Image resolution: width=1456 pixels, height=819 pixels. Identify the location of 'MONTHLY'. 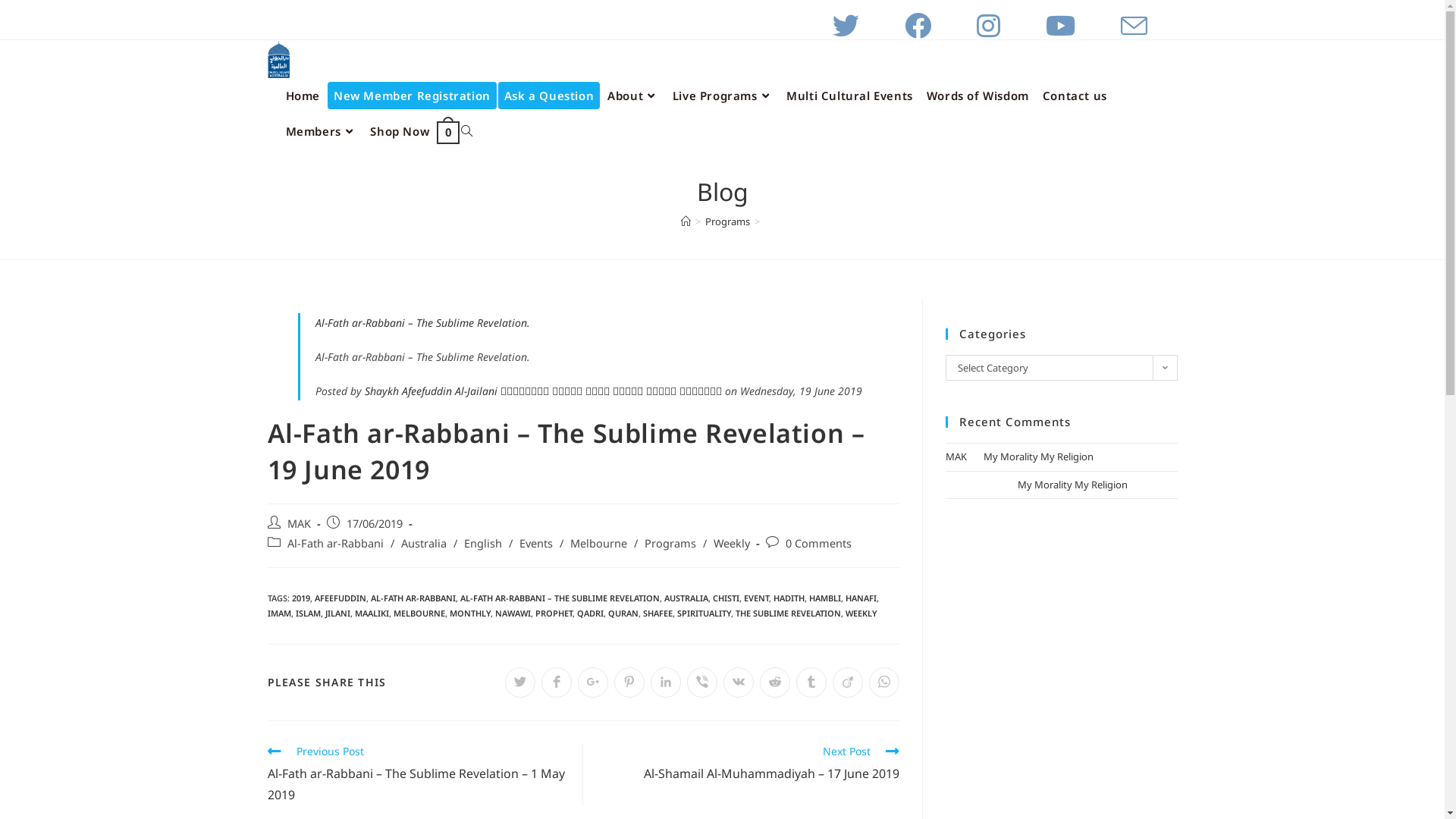
(447, 612).